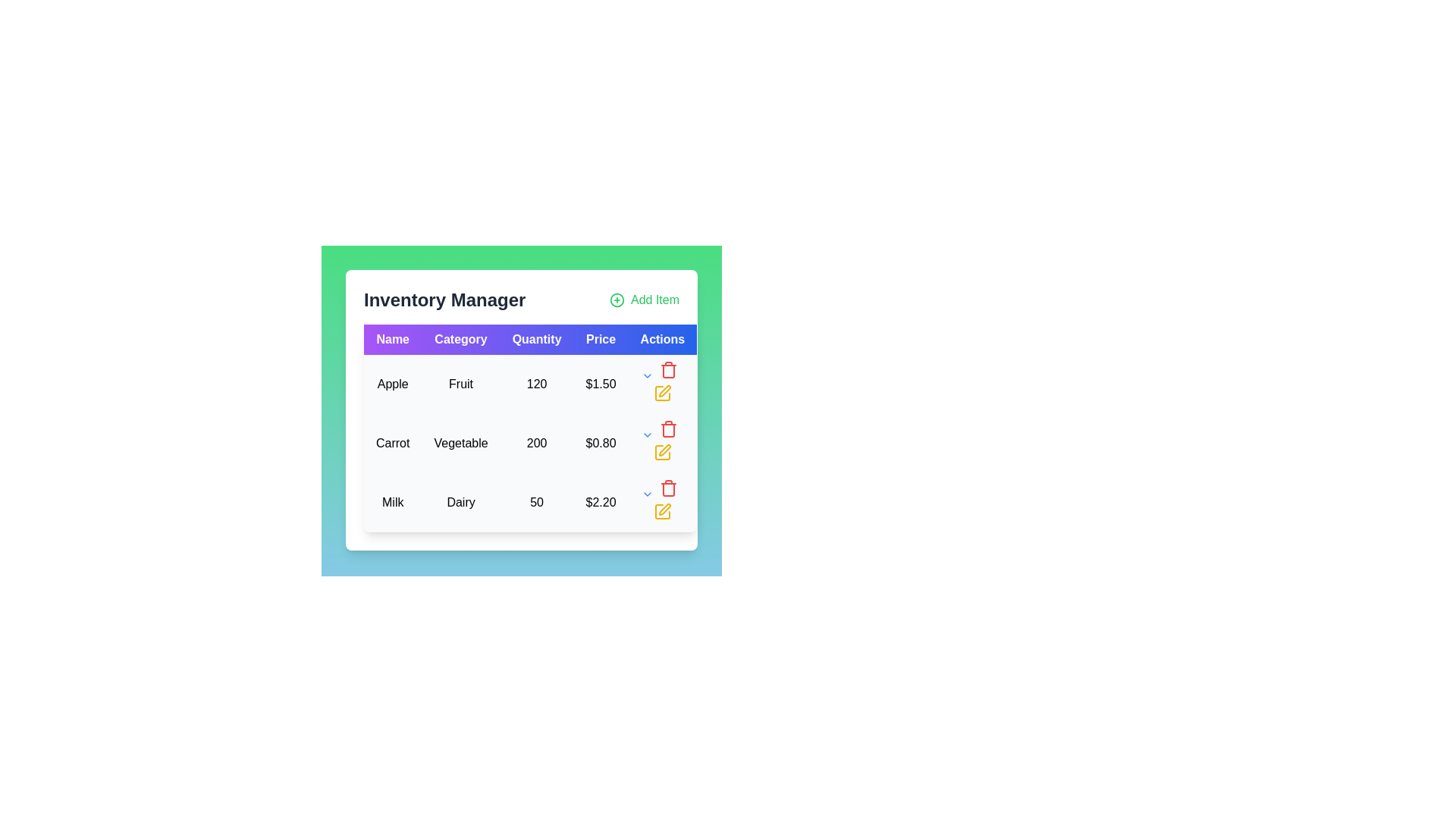 Image resolution: width=1456 pixels, height=819 pixels. What do you see at coordinates (662, 503) in the screenshot?
I see `the yellow pencil icon in the 'Actions' column of the row corresponding to 'Milk' in the 'Inventory Manager' table` at bounding box center [662, 503].